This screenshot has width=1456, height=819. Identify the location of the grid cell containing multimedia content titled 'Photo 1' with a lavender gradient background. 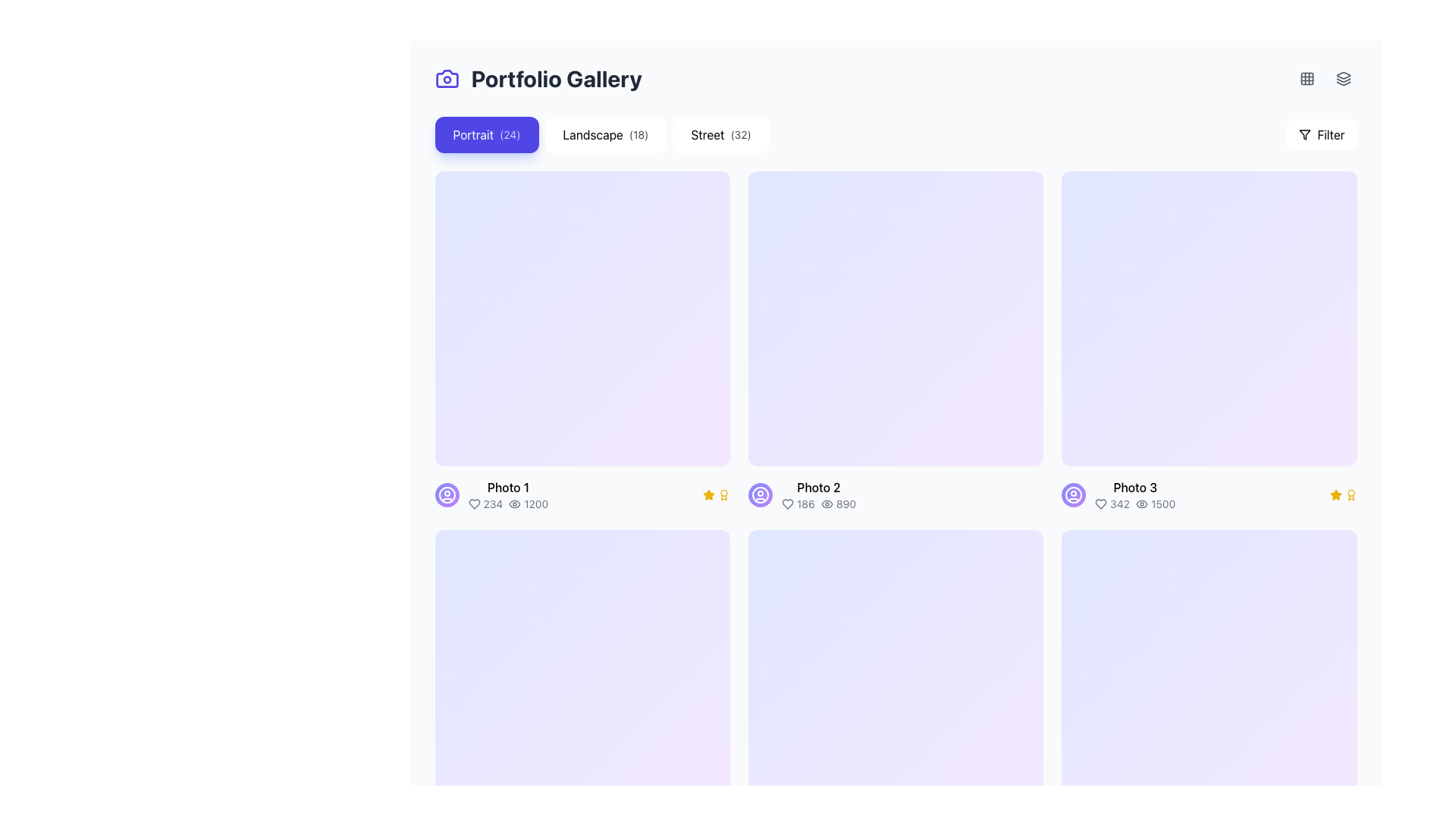
(582, 341).